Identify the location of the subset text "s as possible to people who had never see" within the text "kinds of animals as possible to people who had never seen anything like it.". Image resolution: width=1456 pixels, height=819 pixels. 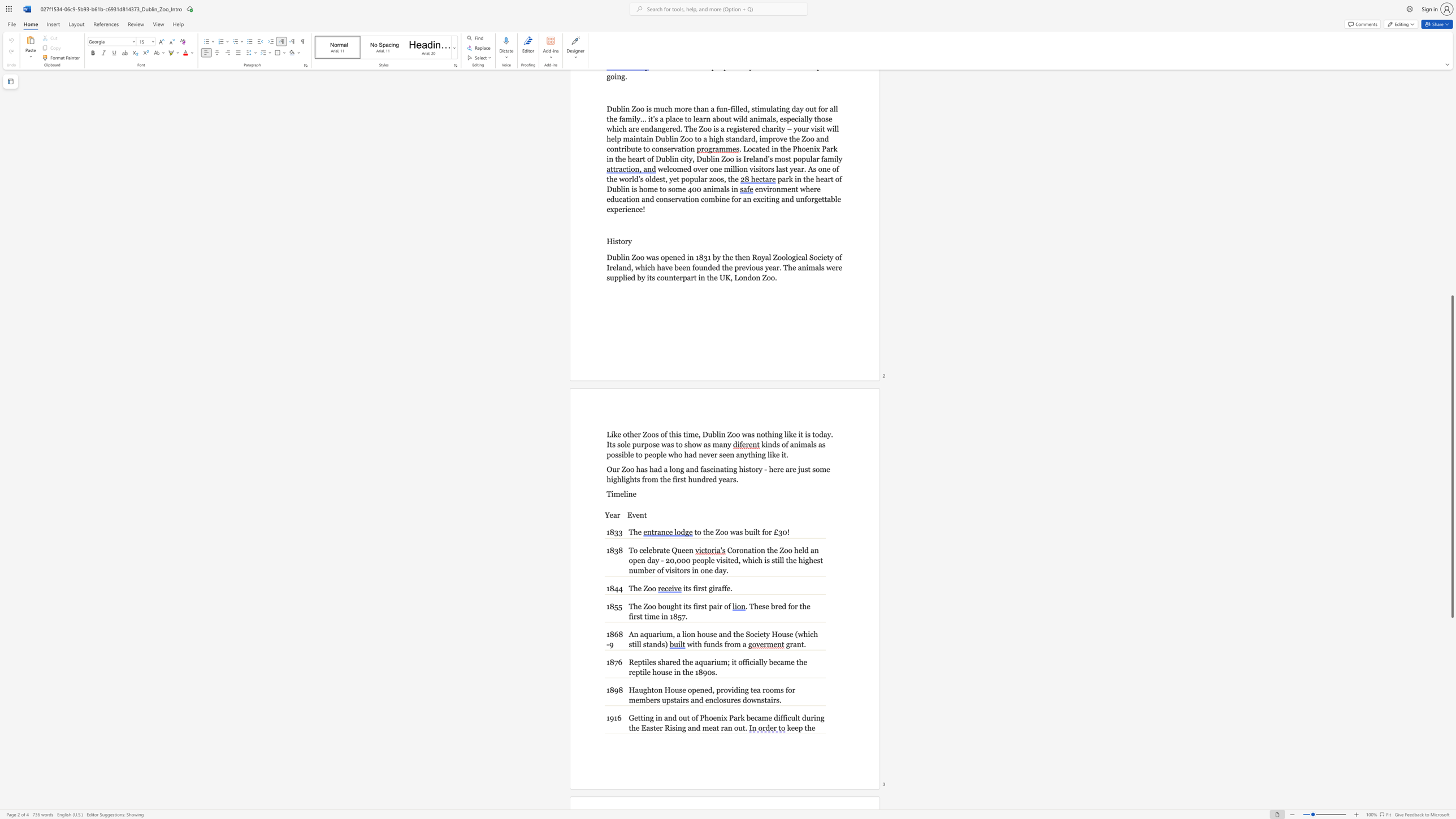
(813, 444).